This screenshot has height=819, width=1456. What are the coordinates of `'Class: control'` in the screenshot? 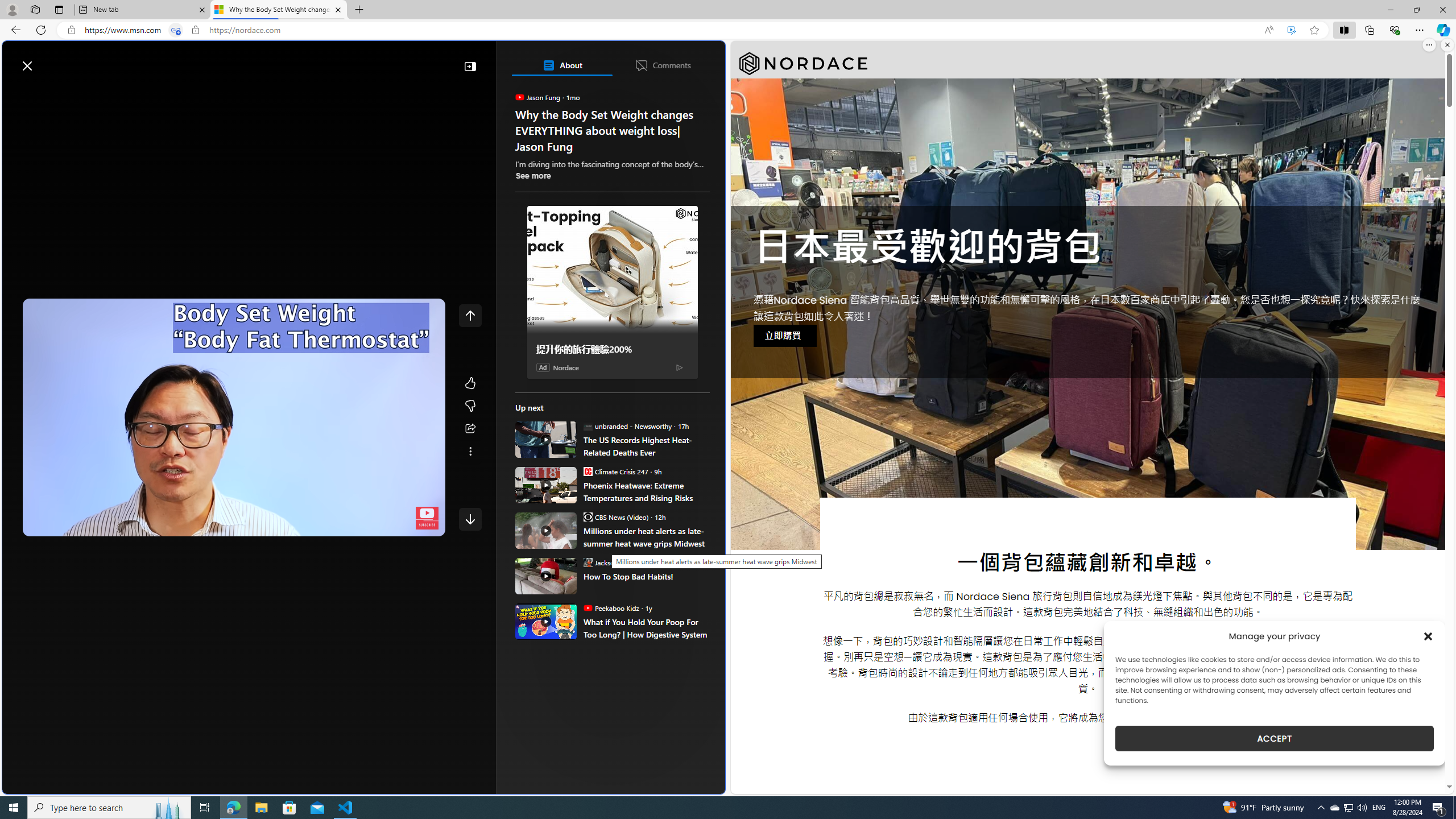 It's located at (470, 518).